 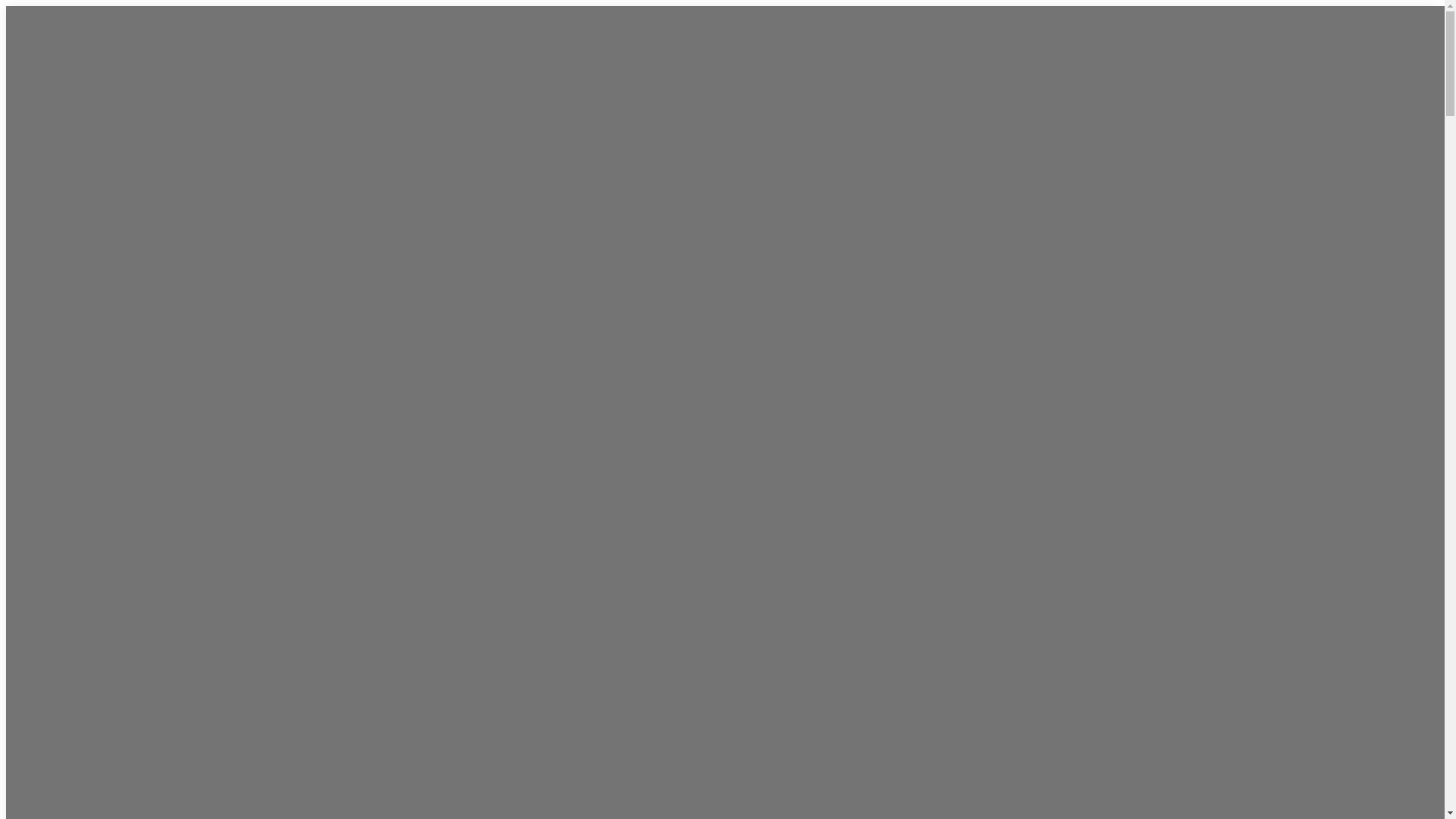 What do you see at coordinates (724, 77) in the screenshot?
I see `'What We Do'` at bounding box center [724, 77].